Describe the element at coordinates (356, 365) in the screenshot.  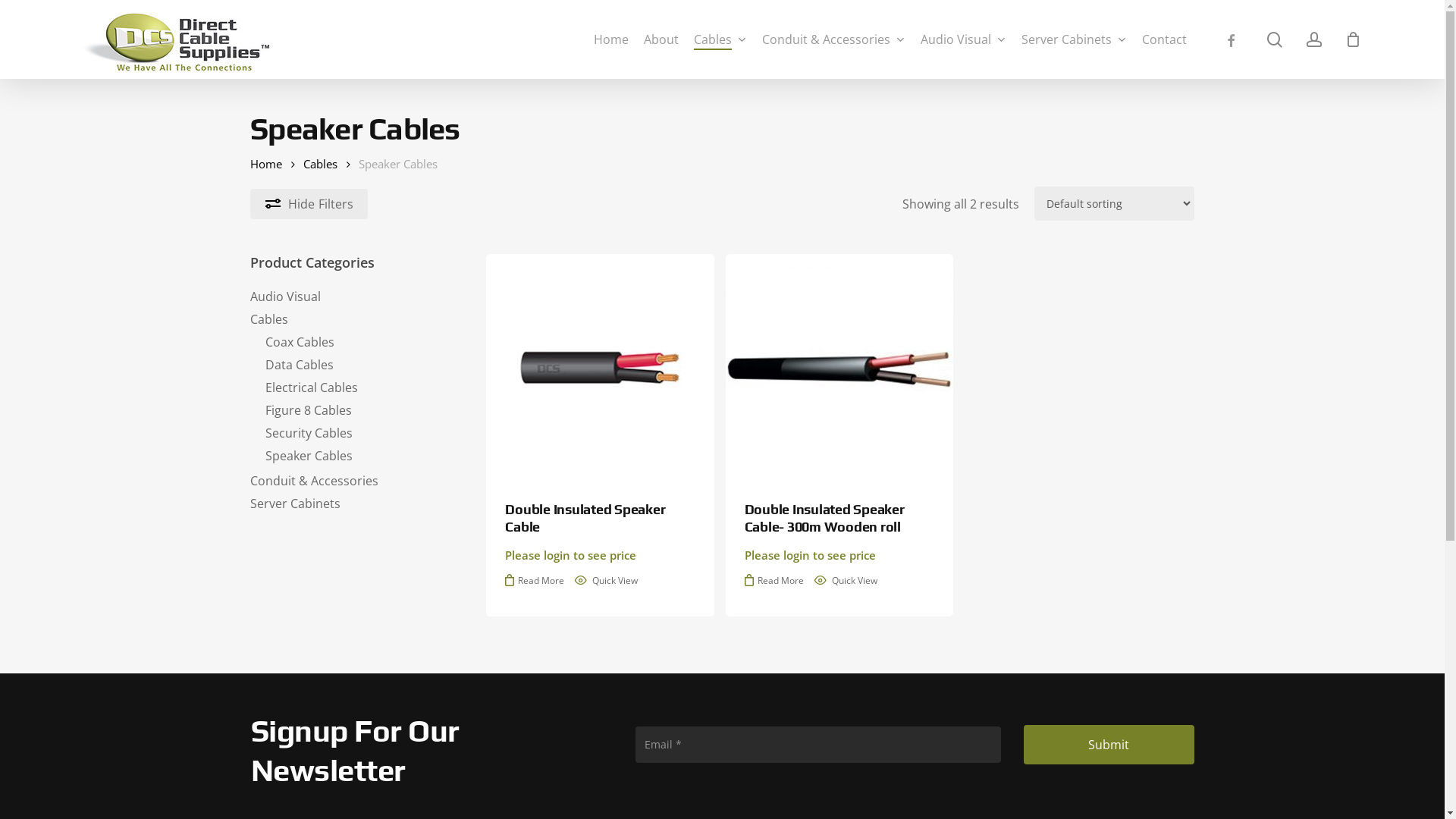
I see `'Data Cables'` at that location.